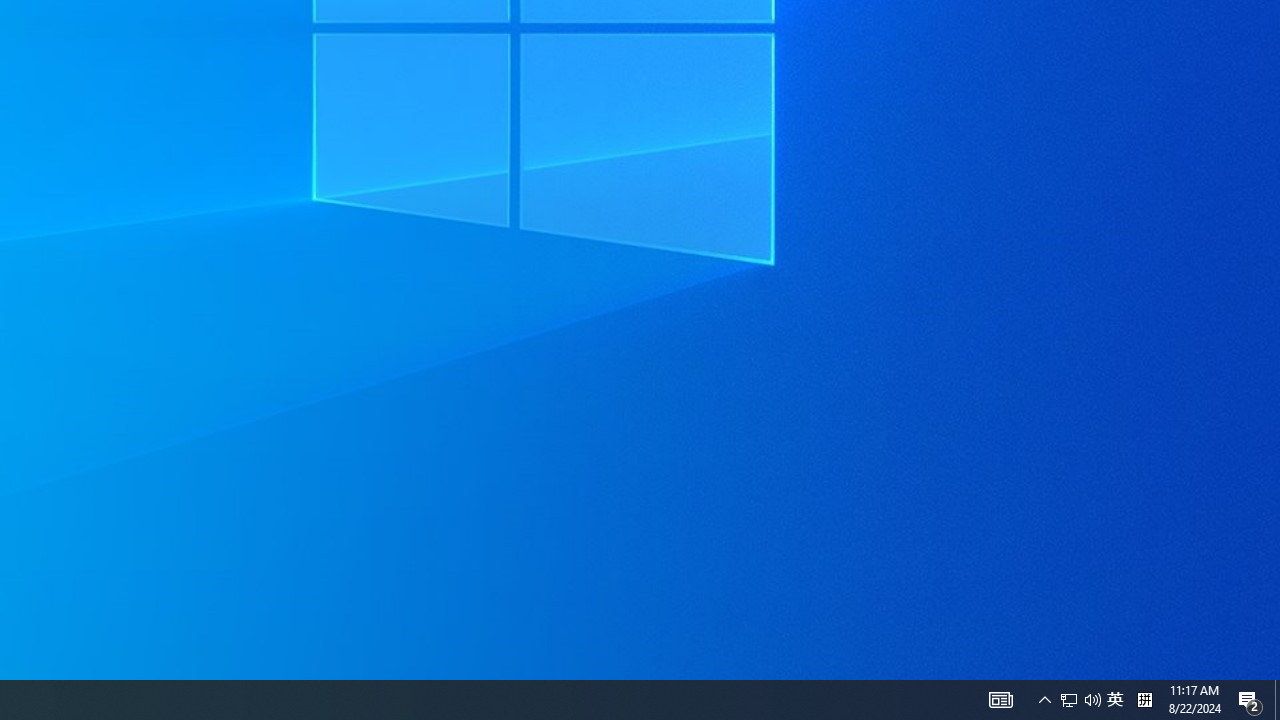 This screenshot has width=1280, height=720. What do you see at coordinates (1044, 698) in the screenshot?
I see `'Notification Chevron'` at bounding box center [1044, 698].